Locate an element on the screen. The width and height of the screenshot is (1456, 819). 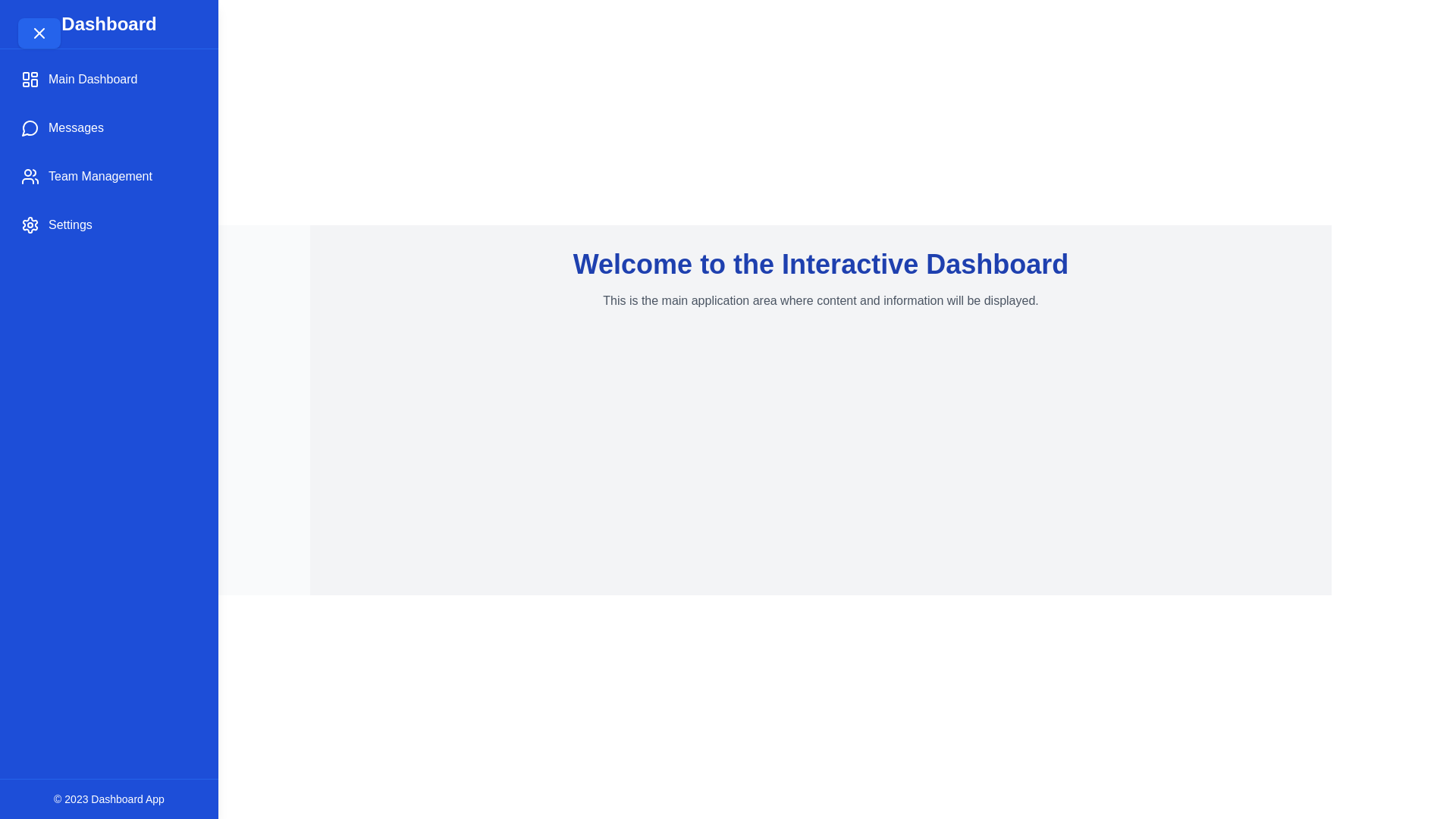
toggle button at the top-left corner to toggle the drawer visibility is located at coordinates (39, 33).